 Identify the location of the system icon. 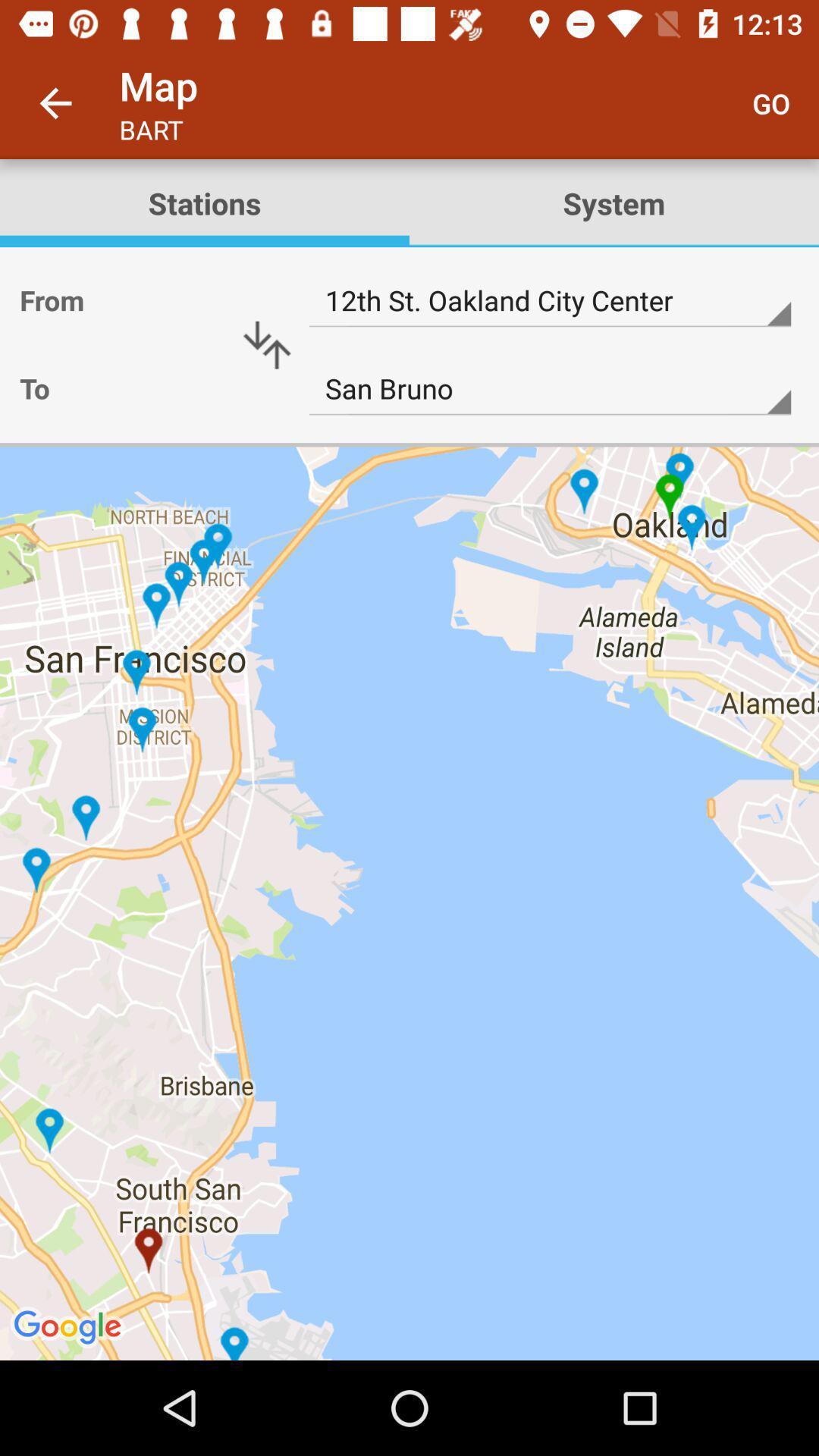
(614, 202).